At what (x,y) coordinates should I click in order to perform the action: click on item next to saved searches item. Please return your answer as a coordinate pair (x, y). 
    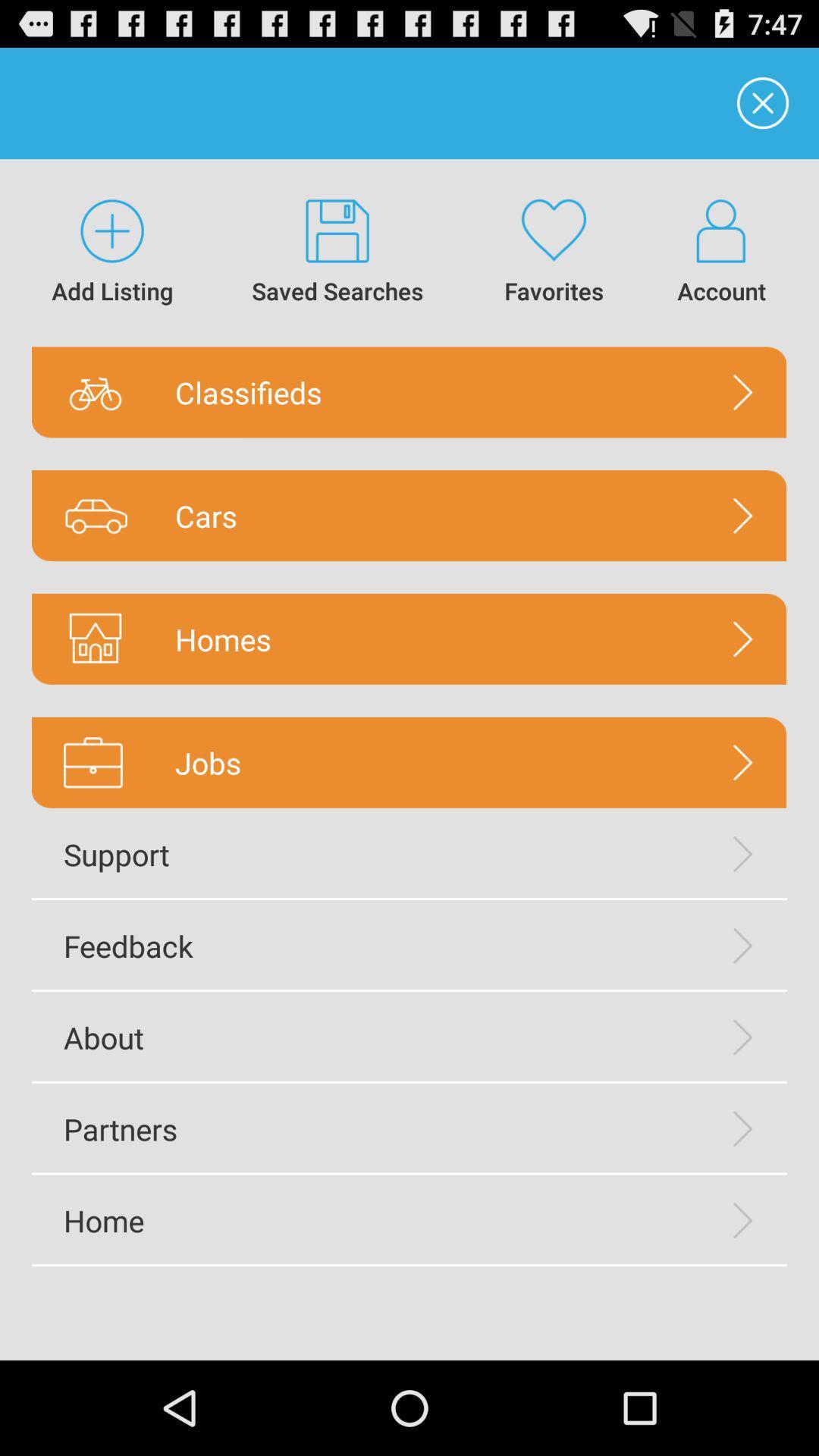
    Looking at the image, I should click on (554, 253).